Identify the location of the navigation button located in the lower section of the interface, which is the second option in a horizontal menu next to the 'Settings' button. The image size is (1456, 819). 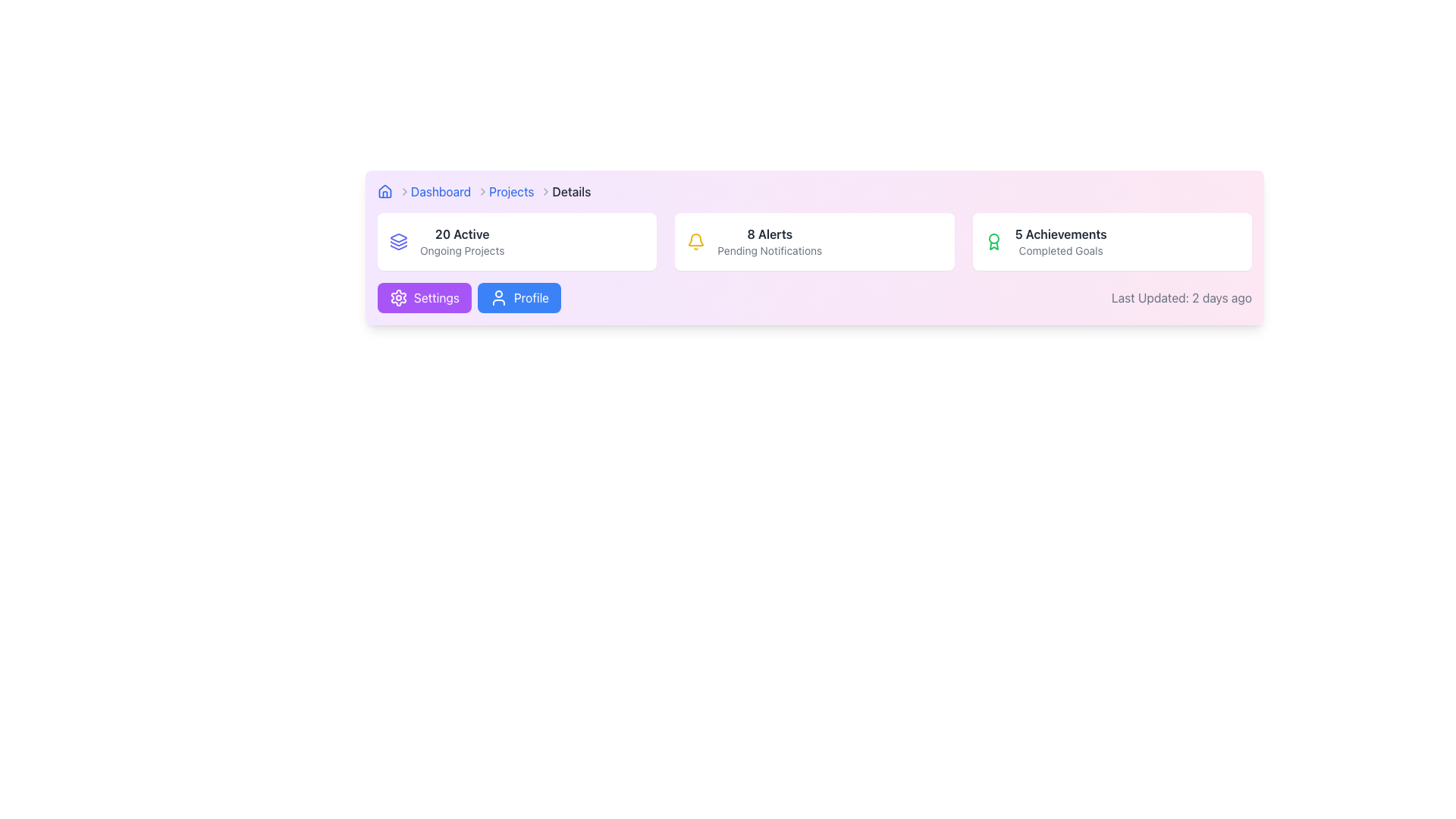
(519, 298).